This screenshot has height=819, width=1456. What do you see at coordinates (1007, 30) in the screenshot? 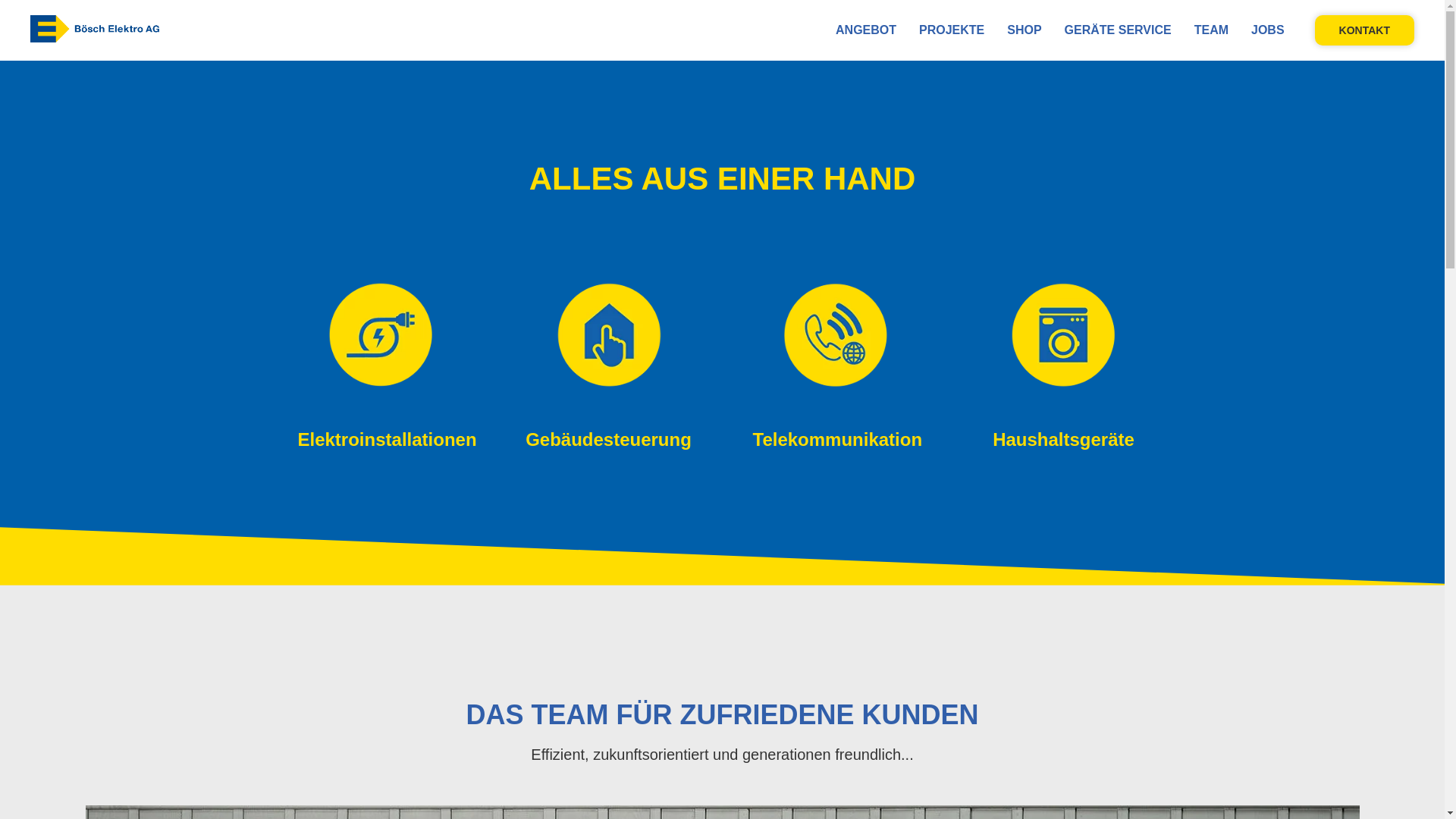
I see `'SHOP'` at bounding box center [1007, 30].